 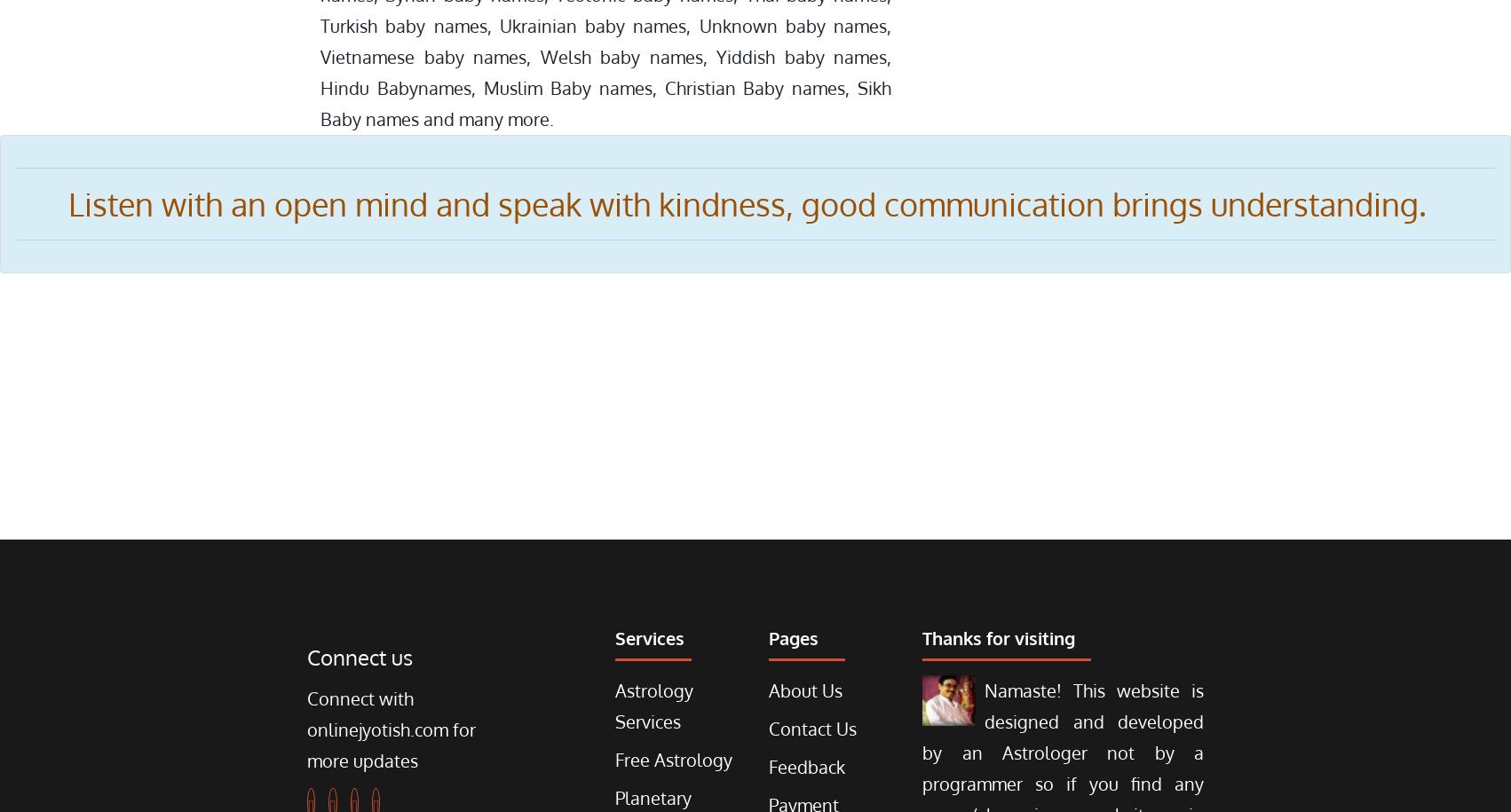 I want to click on 'About Us', so click(x=767, y=690).